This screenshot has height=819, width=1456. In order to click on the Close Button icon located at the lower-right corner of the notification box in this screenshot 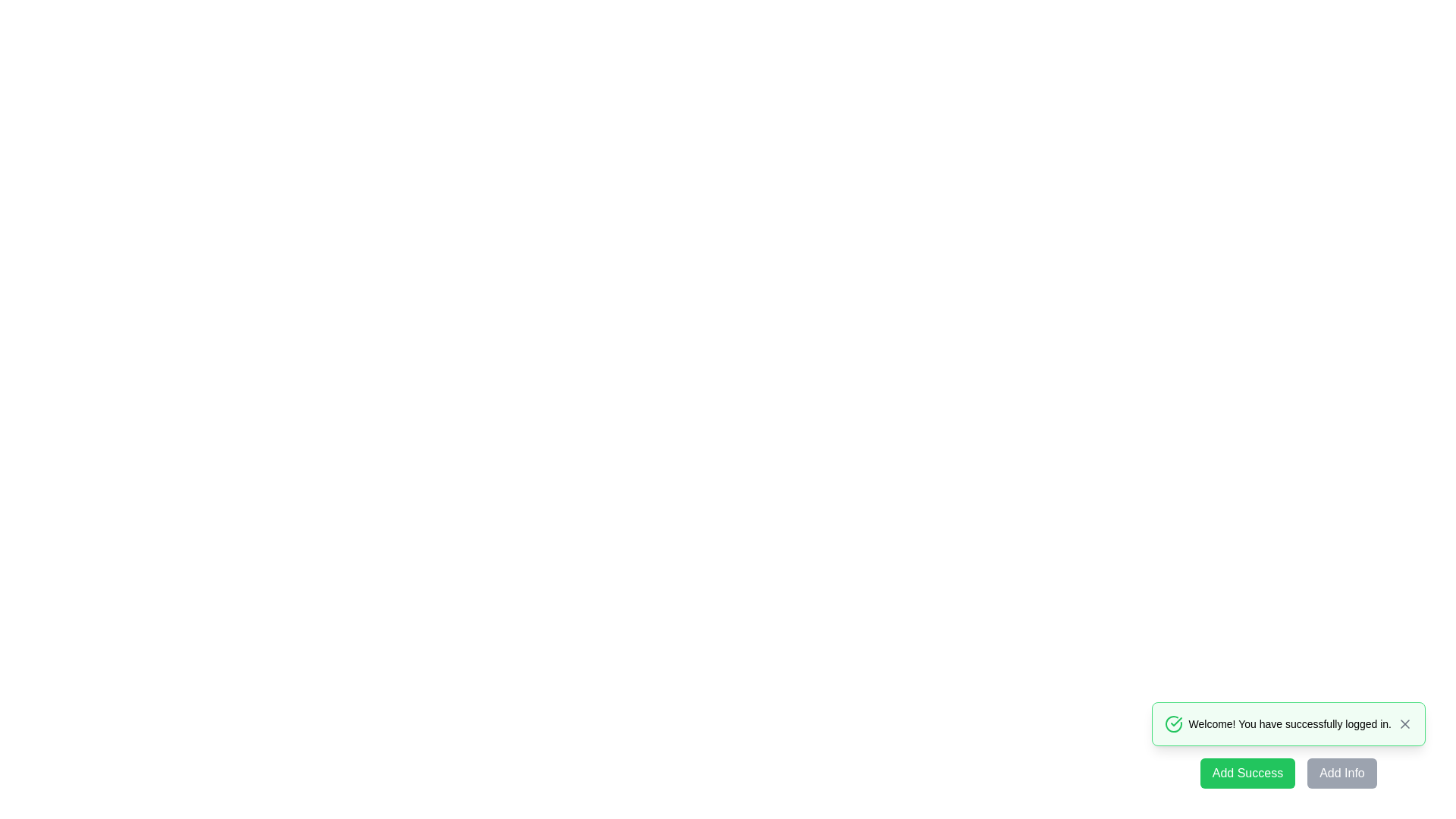, I will do `click(1404, 723)`.